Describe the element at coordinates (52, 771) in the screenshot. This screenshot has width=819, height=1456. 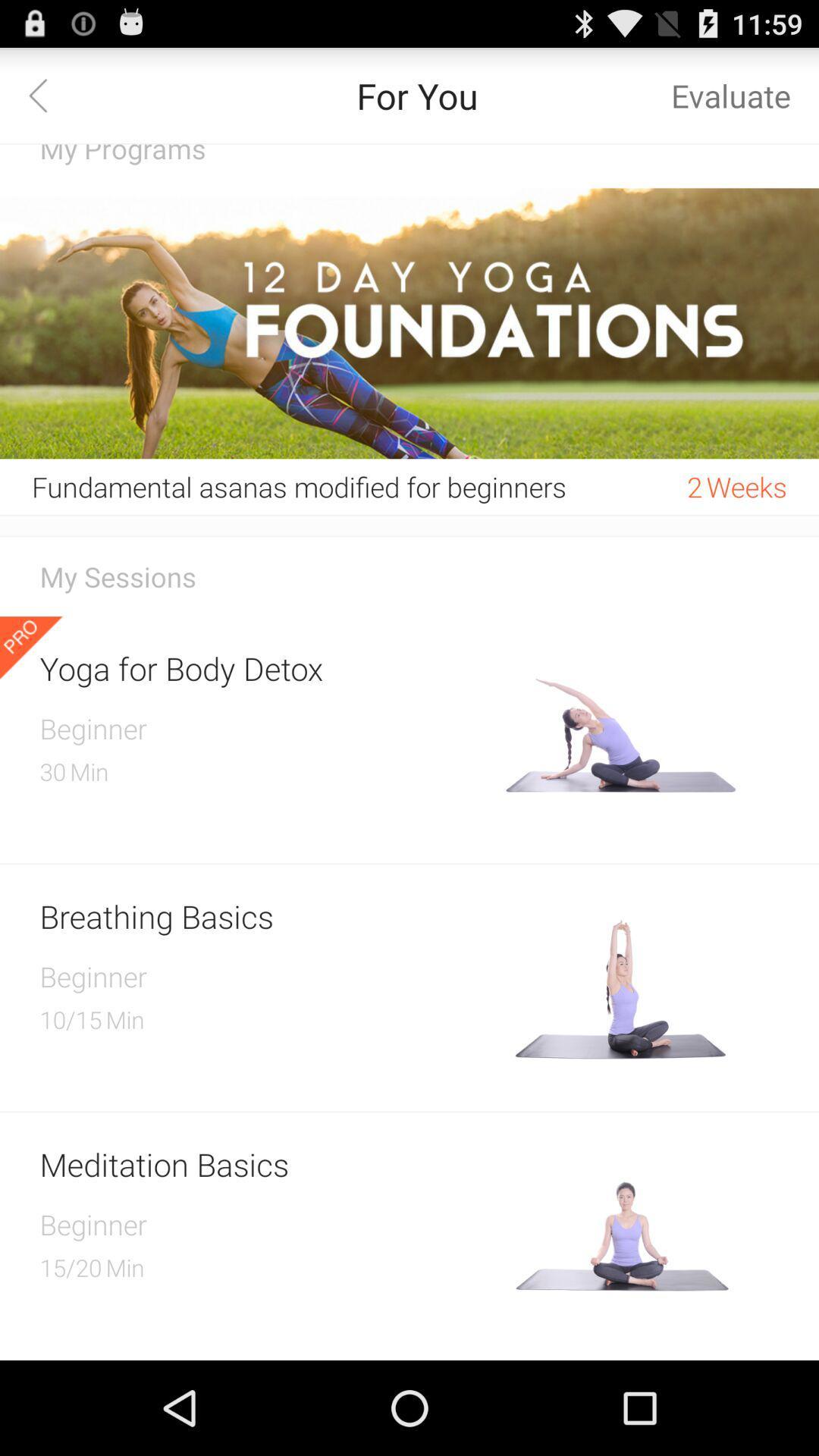
I see `the 30 item` at that location.